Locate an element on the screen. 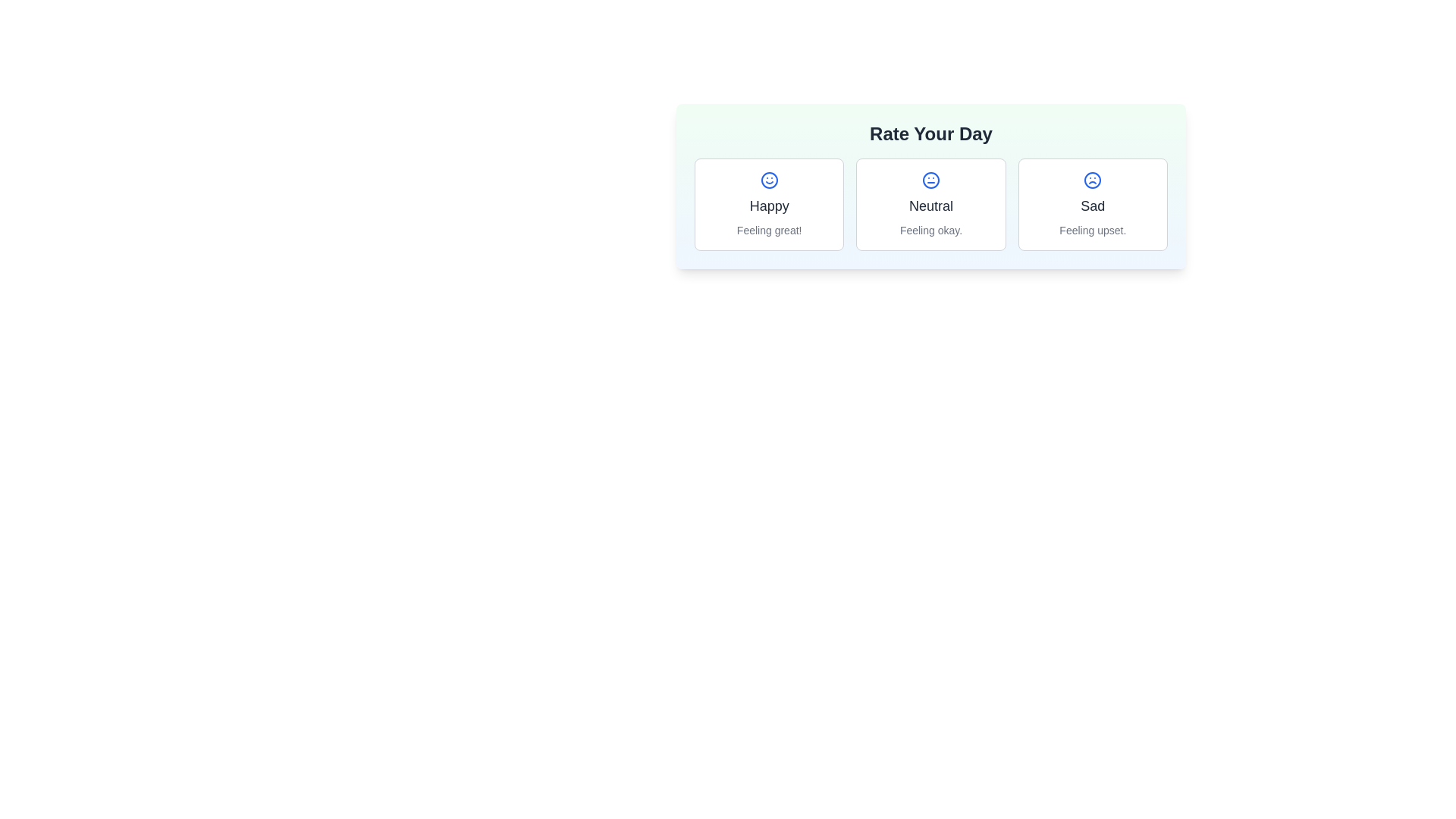  the text label reading 'Sad', which is styled with a large gray font and positioned at the center of the card layout, below the sad face icon is located at coordinates (1093, 206).